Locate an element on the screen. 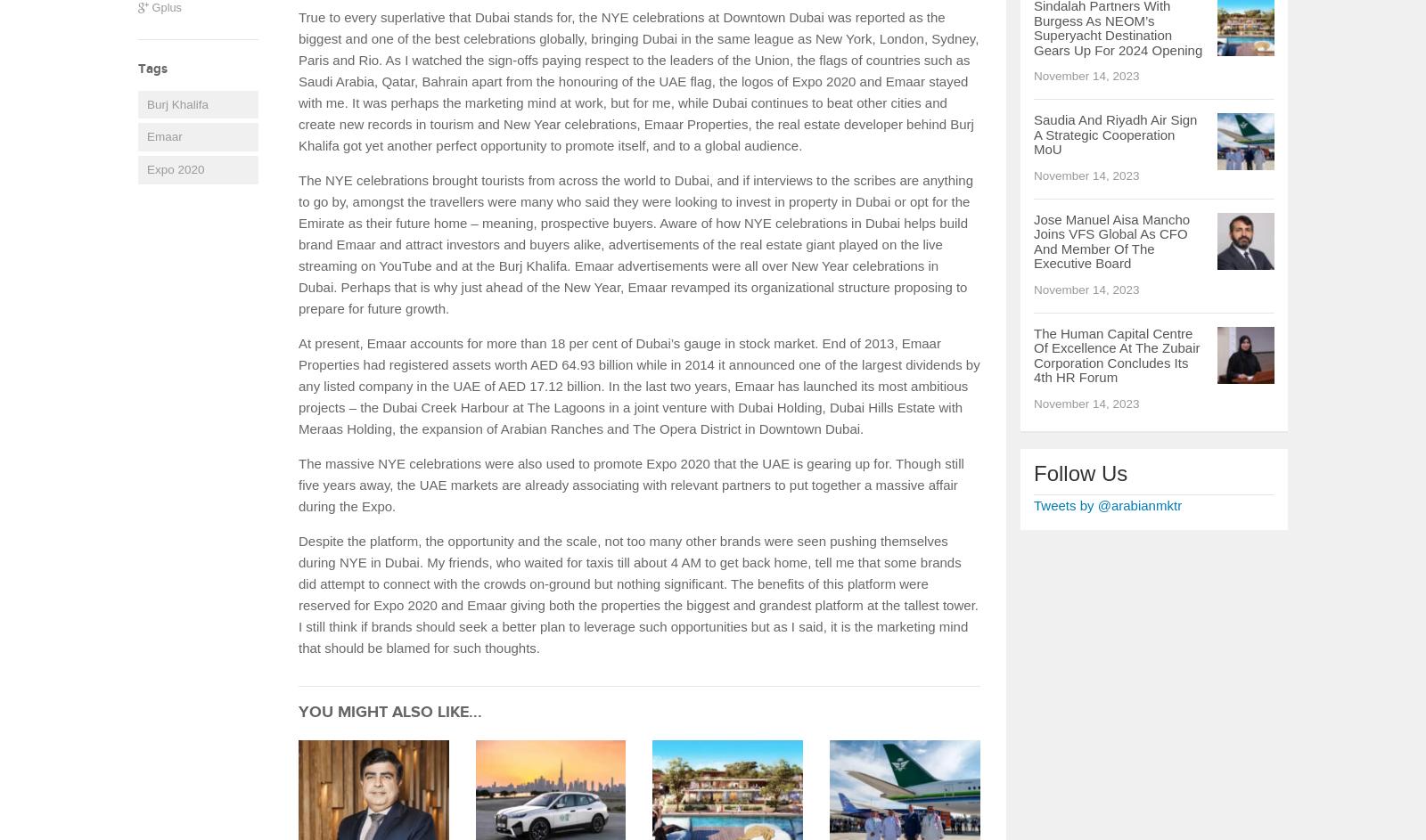  'True to every superlative that Dubai stands for, the NYE celebrations at Downtown Dubai was reported as the biggest and one of the best celebrations globally, bringing Dubai in the same league as New York, London, Sydney, Paris and Rio. As I watched the sign-offs paying respect to the leaders of the Union, the flags of countries such as Saudi Arabia, Qatar, Bahrain apart from the honouring of the UAE flag, the logos of Expo 2020 and Emaar stayed with me. It was perhaps the marketing mind at work, but for me, while Dubai continues to beat other cities and create new records in tourism and New Year celebrations, Emaar Properties, the real estate developer behind Burj Khalifa got yet another perfect opportunity to promote itself, and to a global audience.' is located at coordinates (638, 80).